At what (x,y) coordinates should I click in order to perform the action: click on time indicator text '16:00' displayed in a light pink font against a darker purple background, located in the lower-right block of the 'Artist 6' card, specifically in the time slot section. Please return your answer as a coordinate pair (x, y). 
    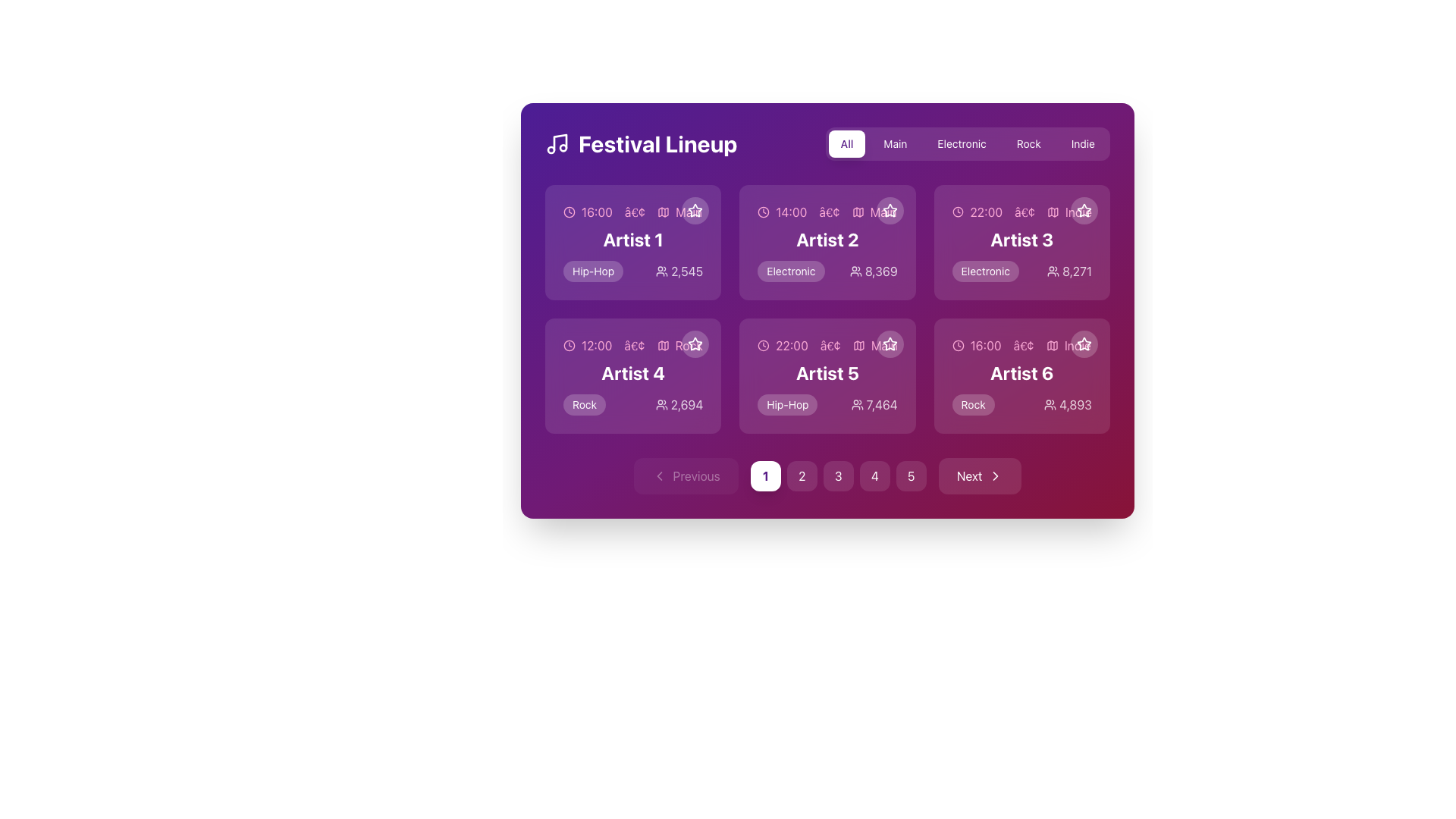
    Looking at the image, I should click on (986, 345).